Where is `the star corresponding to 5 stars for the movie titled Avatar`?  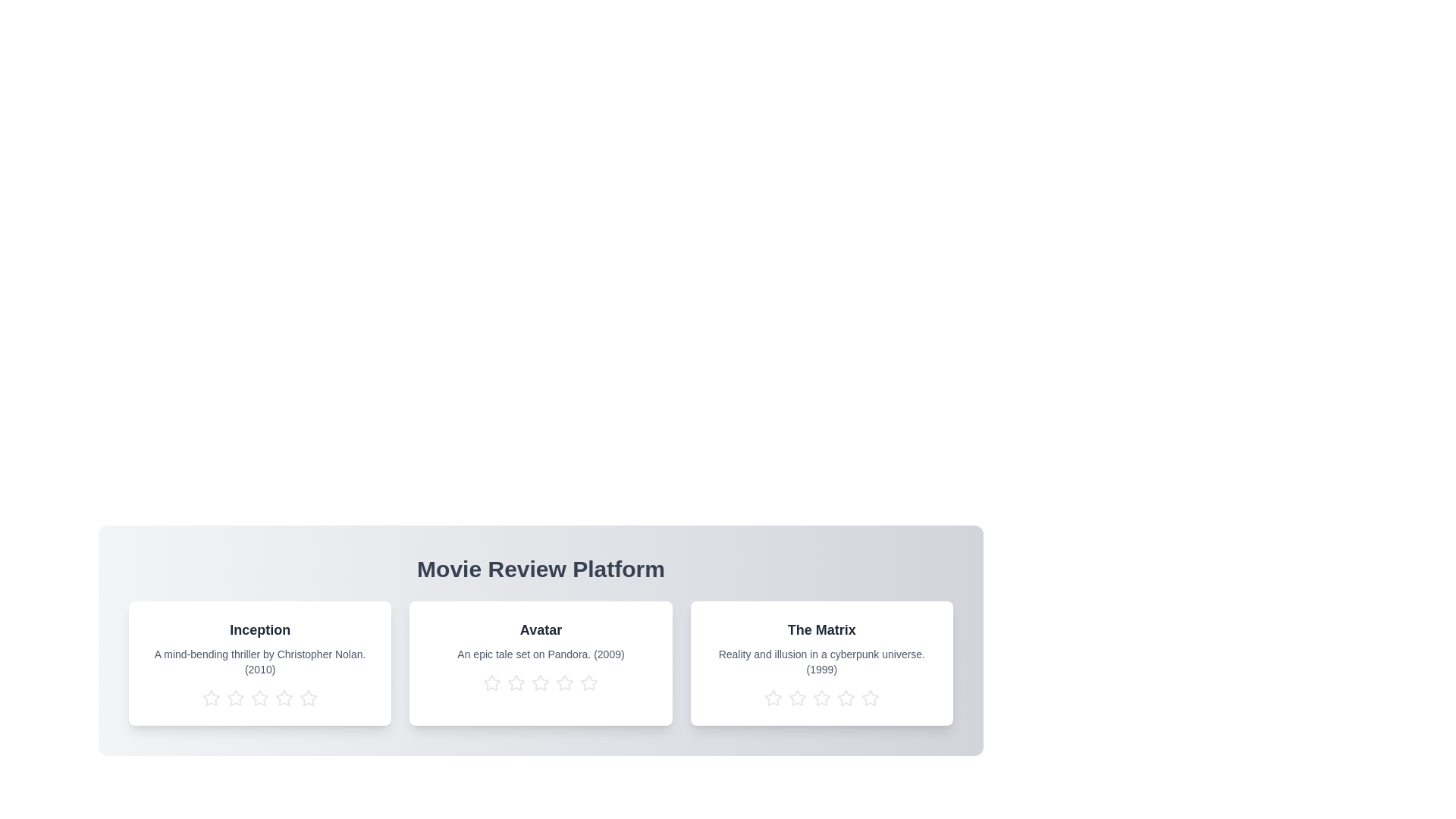
the star corresponding to 5 stars for the movie titled Avatar is located at coordinates (588, 683).